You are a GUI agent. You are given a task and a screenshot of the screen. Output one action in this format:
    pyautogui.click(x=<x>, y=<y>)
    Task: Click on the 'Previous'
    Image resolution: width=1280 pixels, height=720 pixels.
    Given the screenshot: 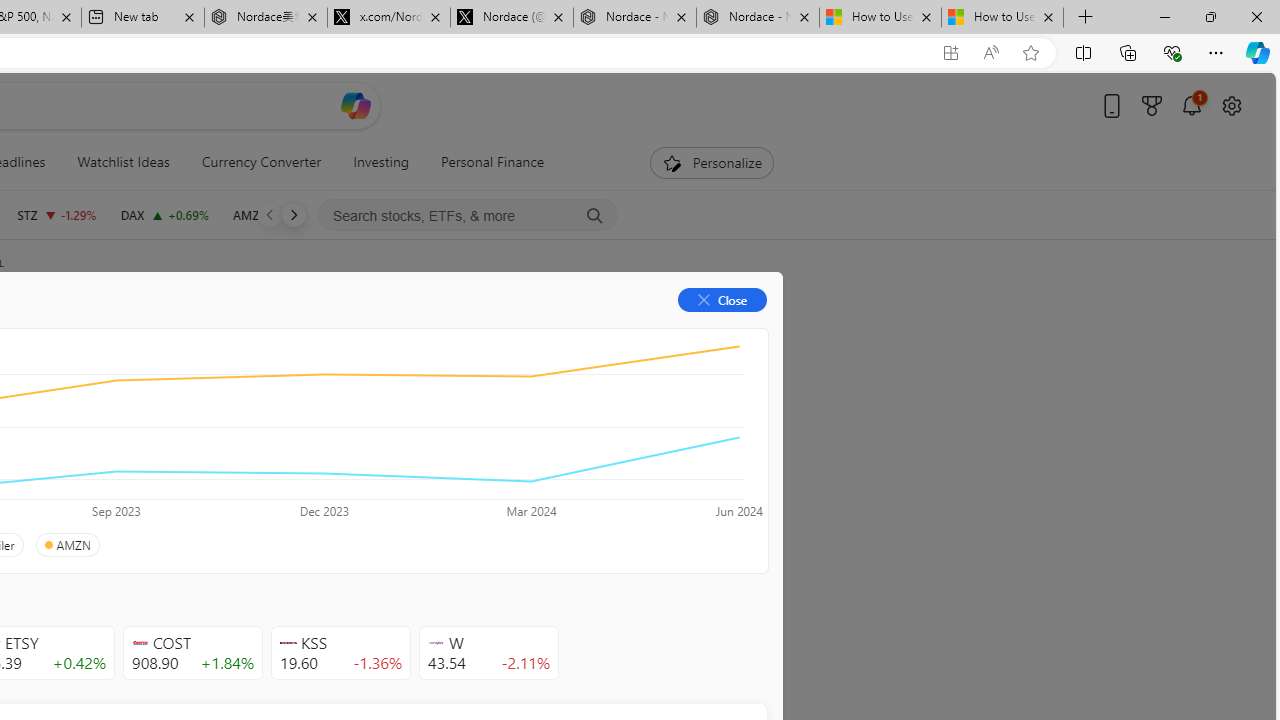 What is the action you would take?
    pyautogui.click(x=269, y=214)
    